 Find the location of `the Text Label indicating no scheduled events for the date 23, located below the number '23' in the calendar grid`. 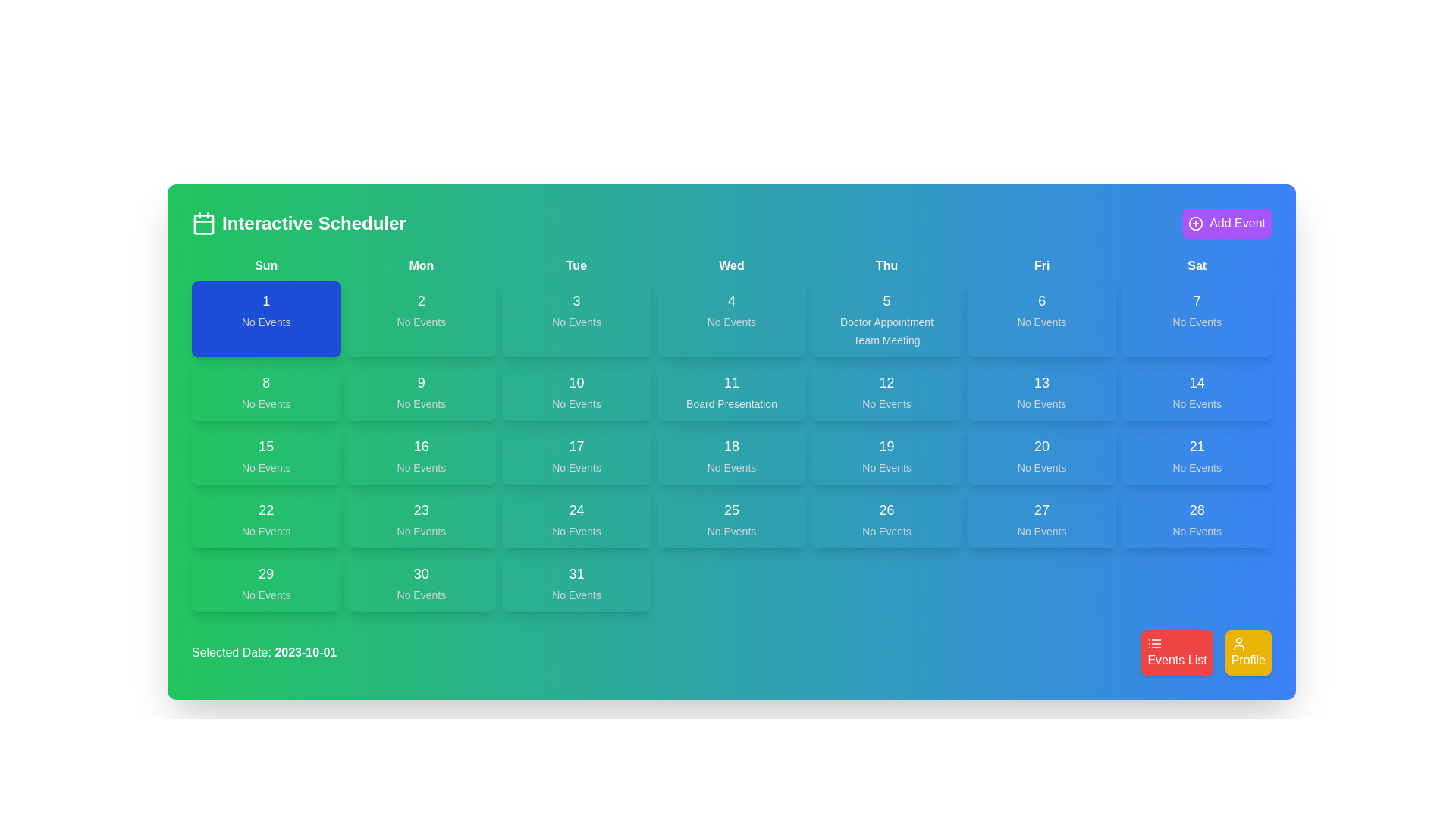

the Text Label indicating no scheduled events for the date 23, located below the number '23' in the calendar grid is located at coordinates (421, 531).